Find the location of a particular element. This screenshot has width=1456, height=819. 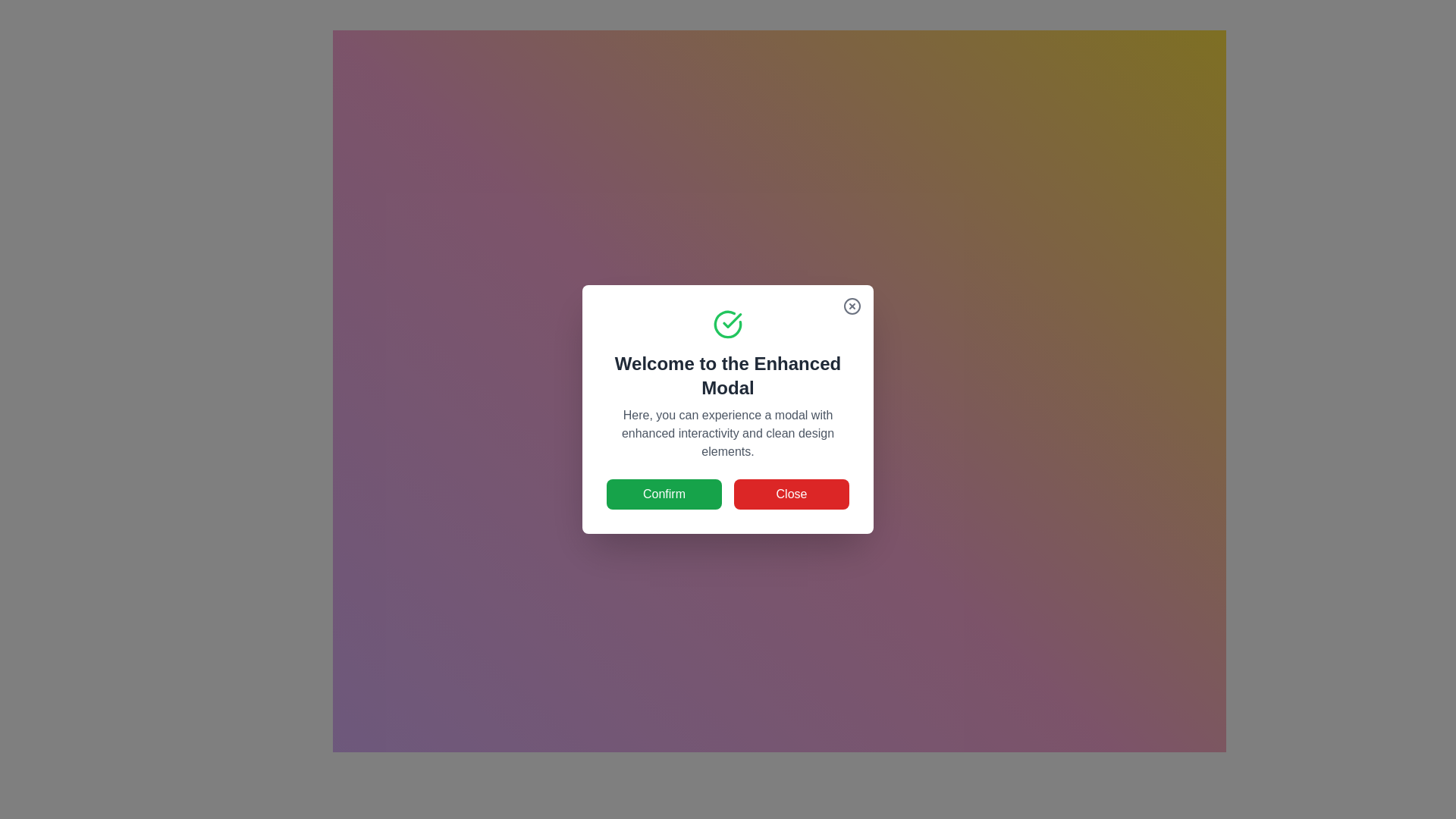

the close button located at the top-right corner of the modal is located at coordinates (852, 306).